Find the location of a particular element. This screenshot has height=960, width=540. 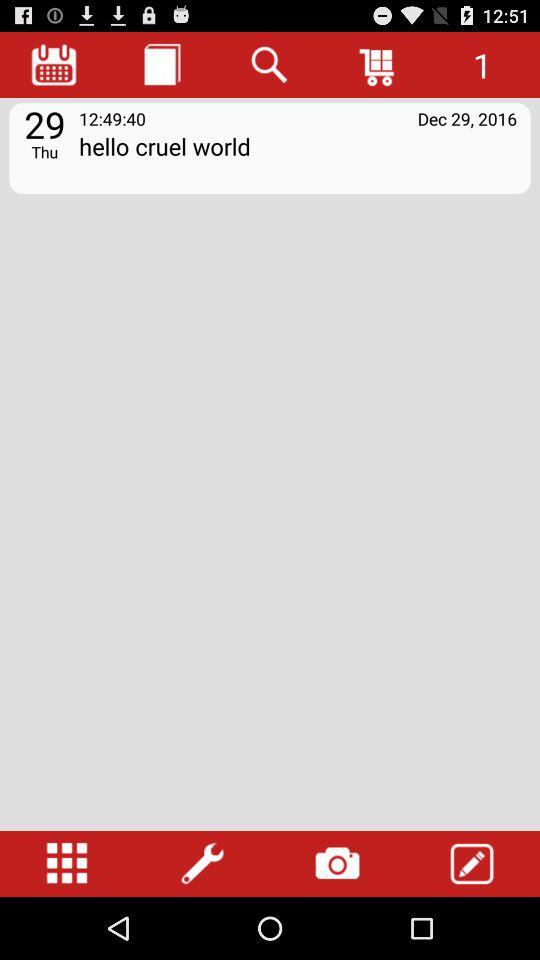

calendar is located at coordinates (54, 64).